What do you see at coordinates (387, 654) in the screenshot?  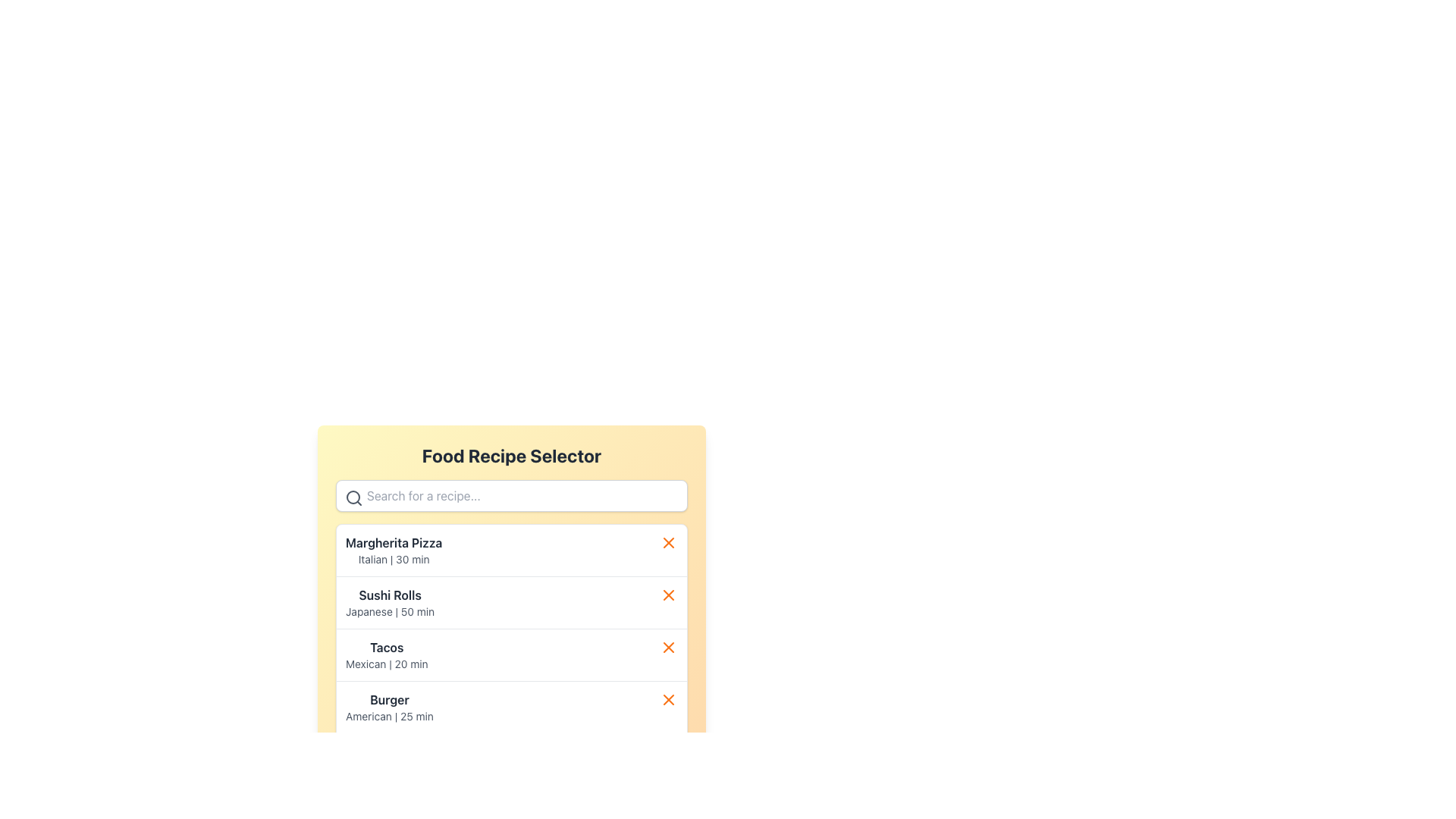 I see `the text label displaying 'Tacos' in the Food Recipe Selector section` at bounding box center [387, 654].